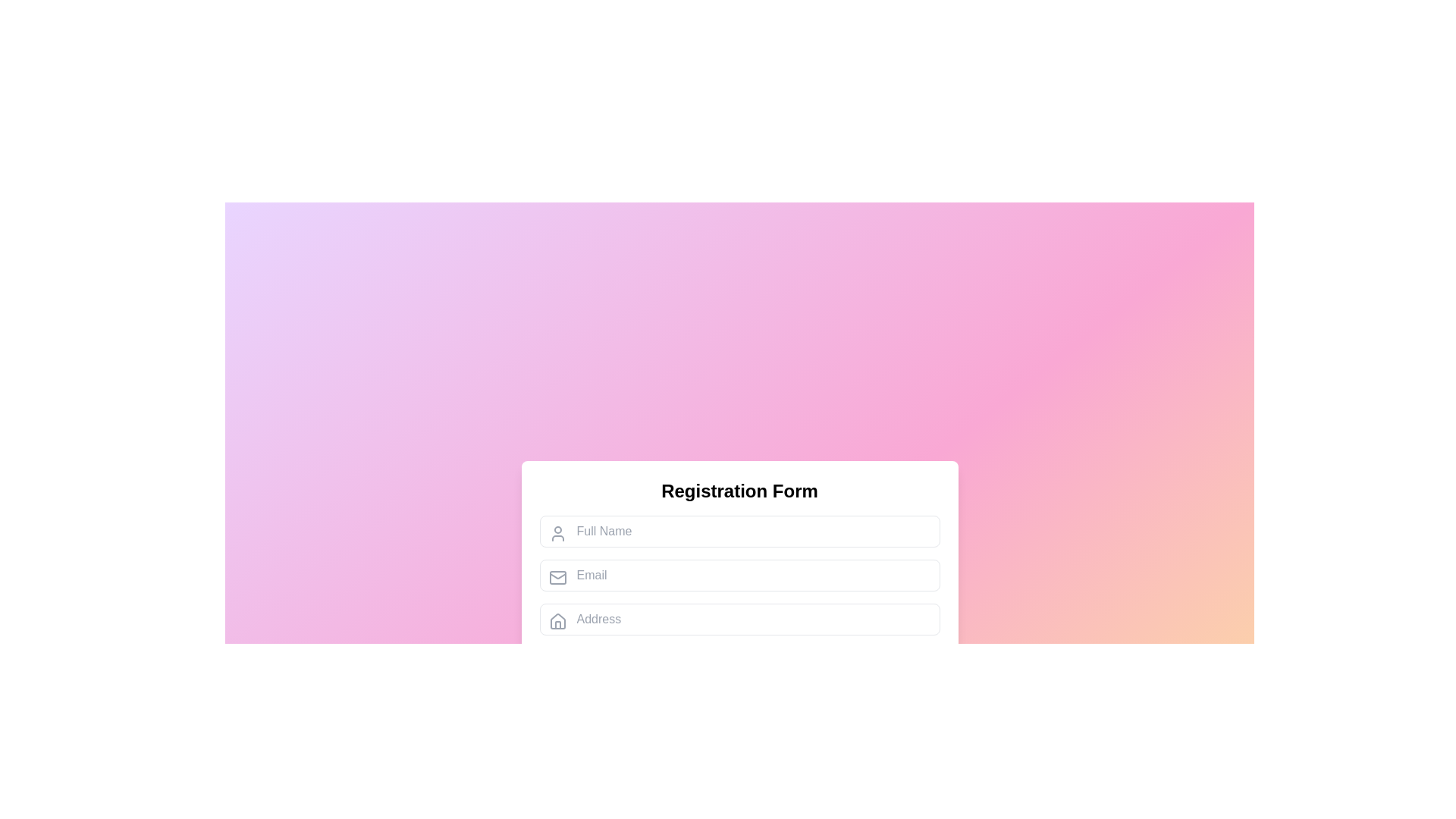 Image resolution: width=1456 pixels, height=819 pixels. What do you see at coordinates (557, 621) in the screenshot?
I see `the decorative icon representing the address input field, located at the far-left side of the input box before the placeholder text` at bounding box center [557, 621].